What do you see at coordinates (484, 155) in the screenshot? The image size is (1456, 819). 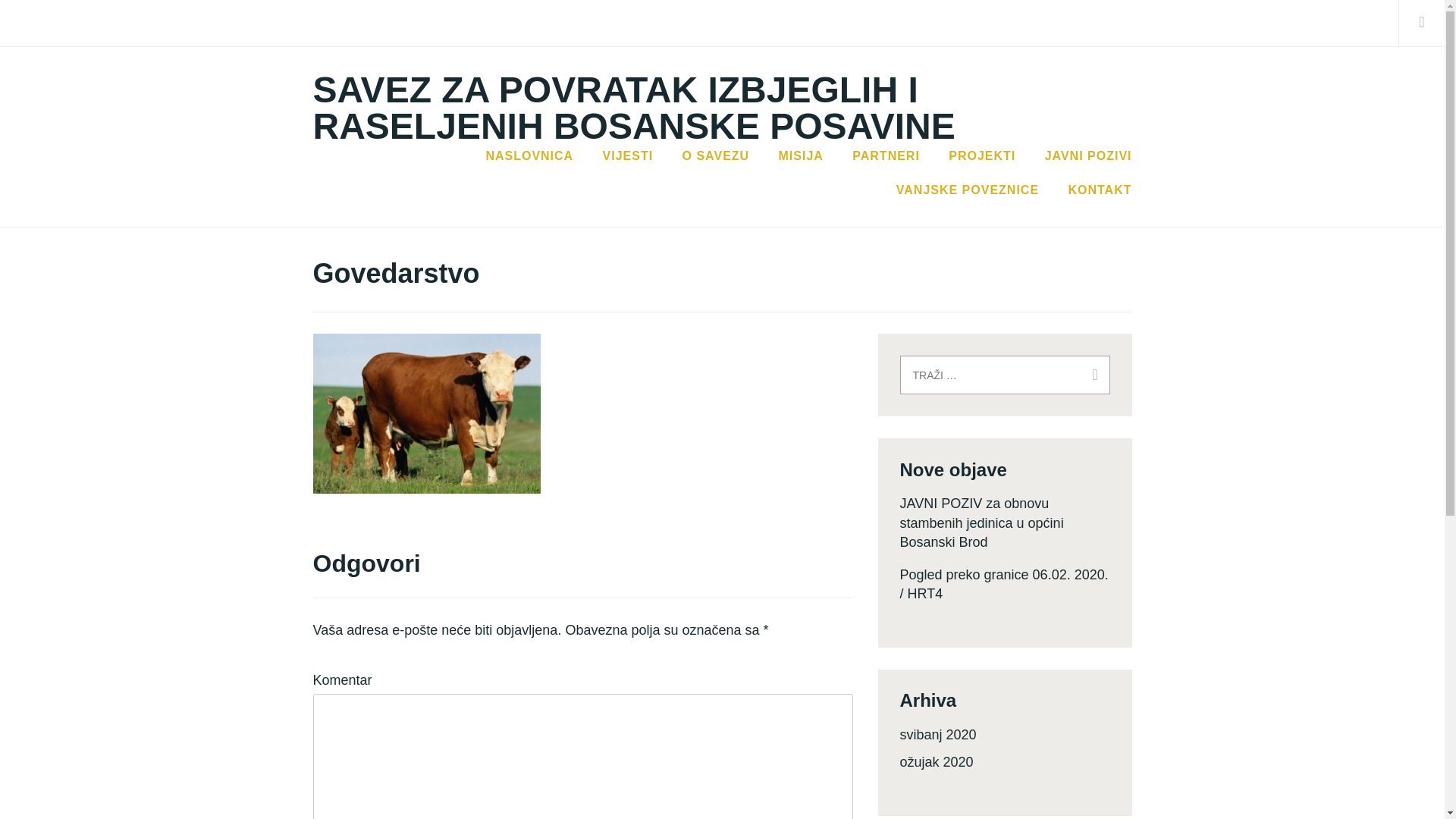 I see `'NASLOVNICA'` at bounding box center [484, 155].